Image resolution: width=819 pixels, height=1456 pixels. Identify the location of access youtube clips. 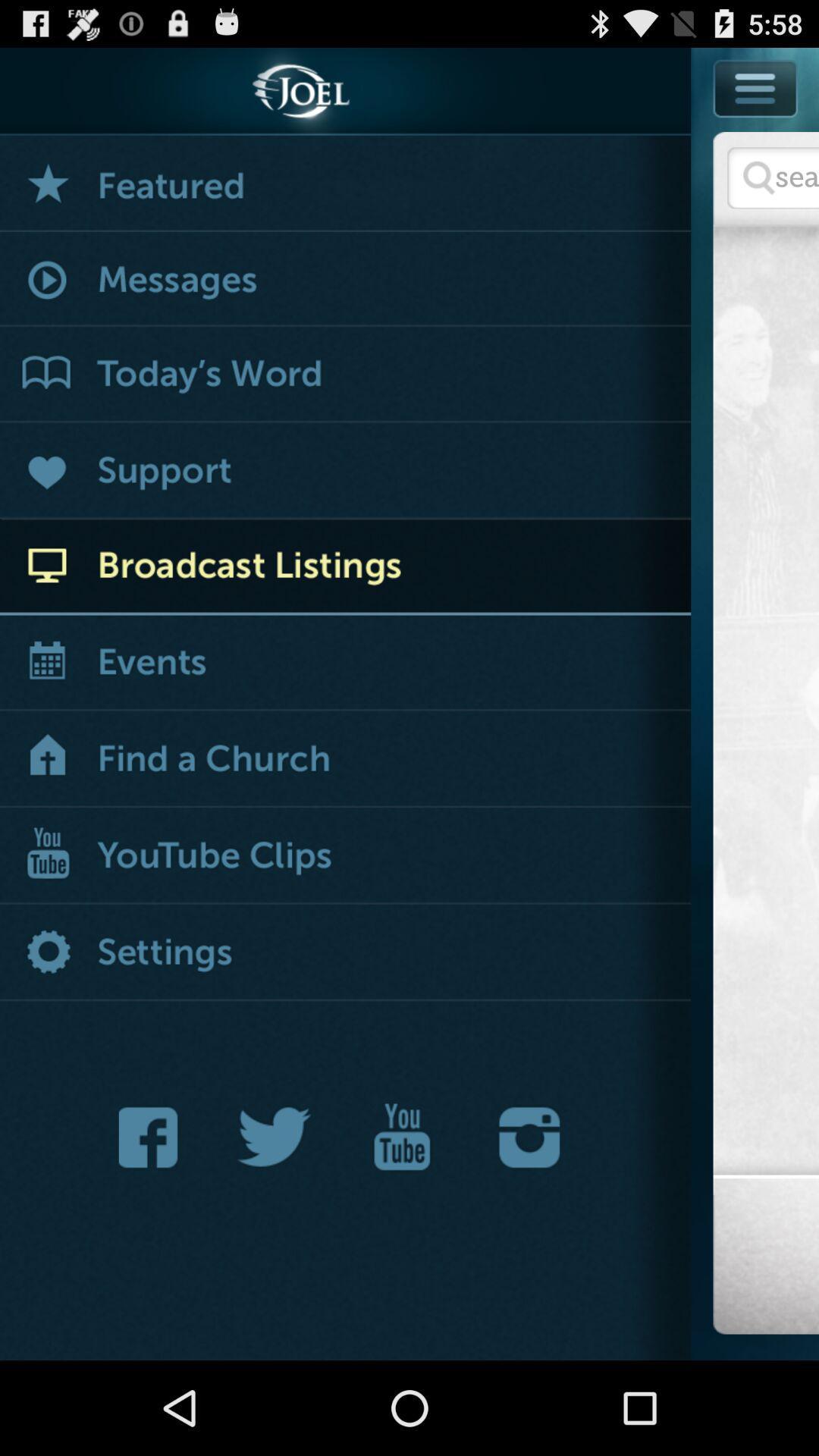
(345, 857).